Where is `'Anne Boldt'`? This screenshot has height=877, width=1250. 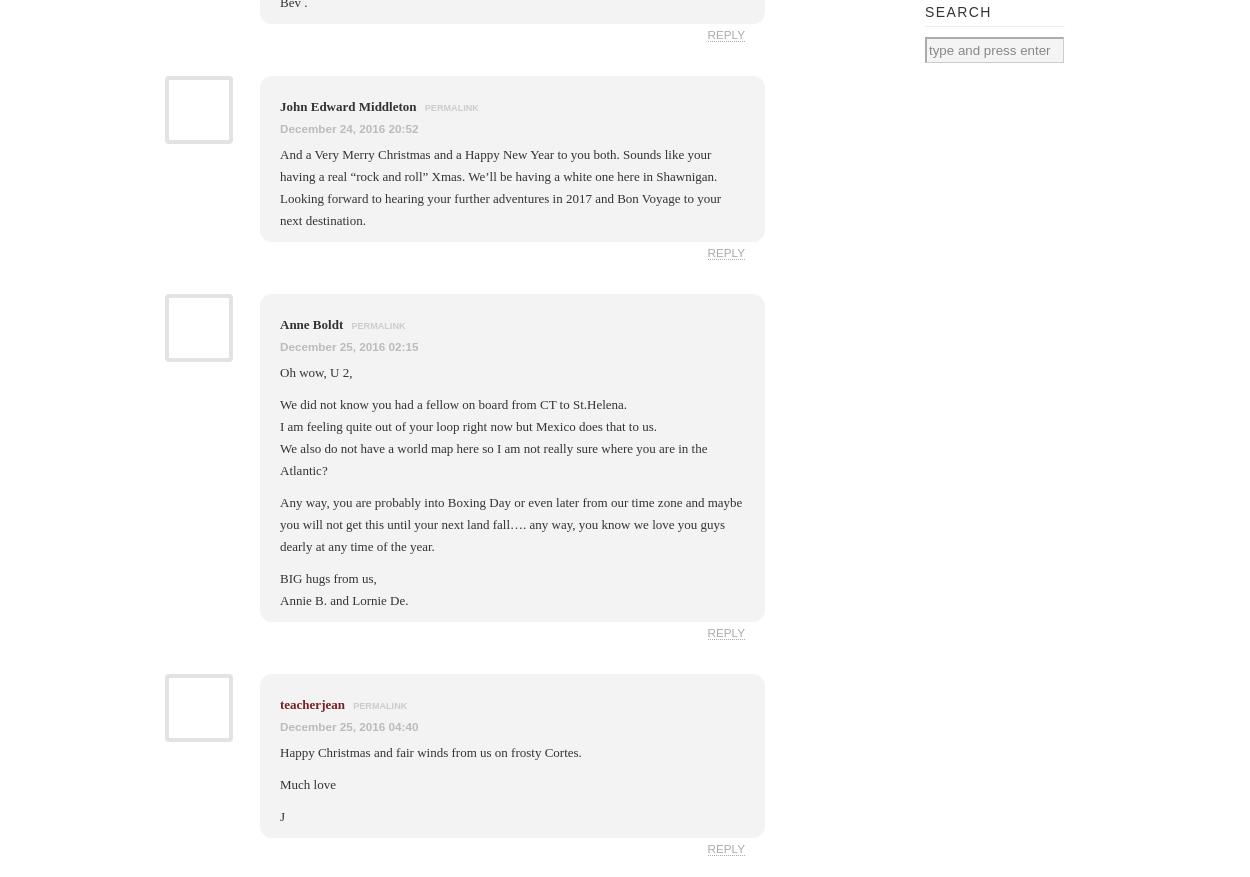 'Anne Boldt' is located at coordinates (312, 323).